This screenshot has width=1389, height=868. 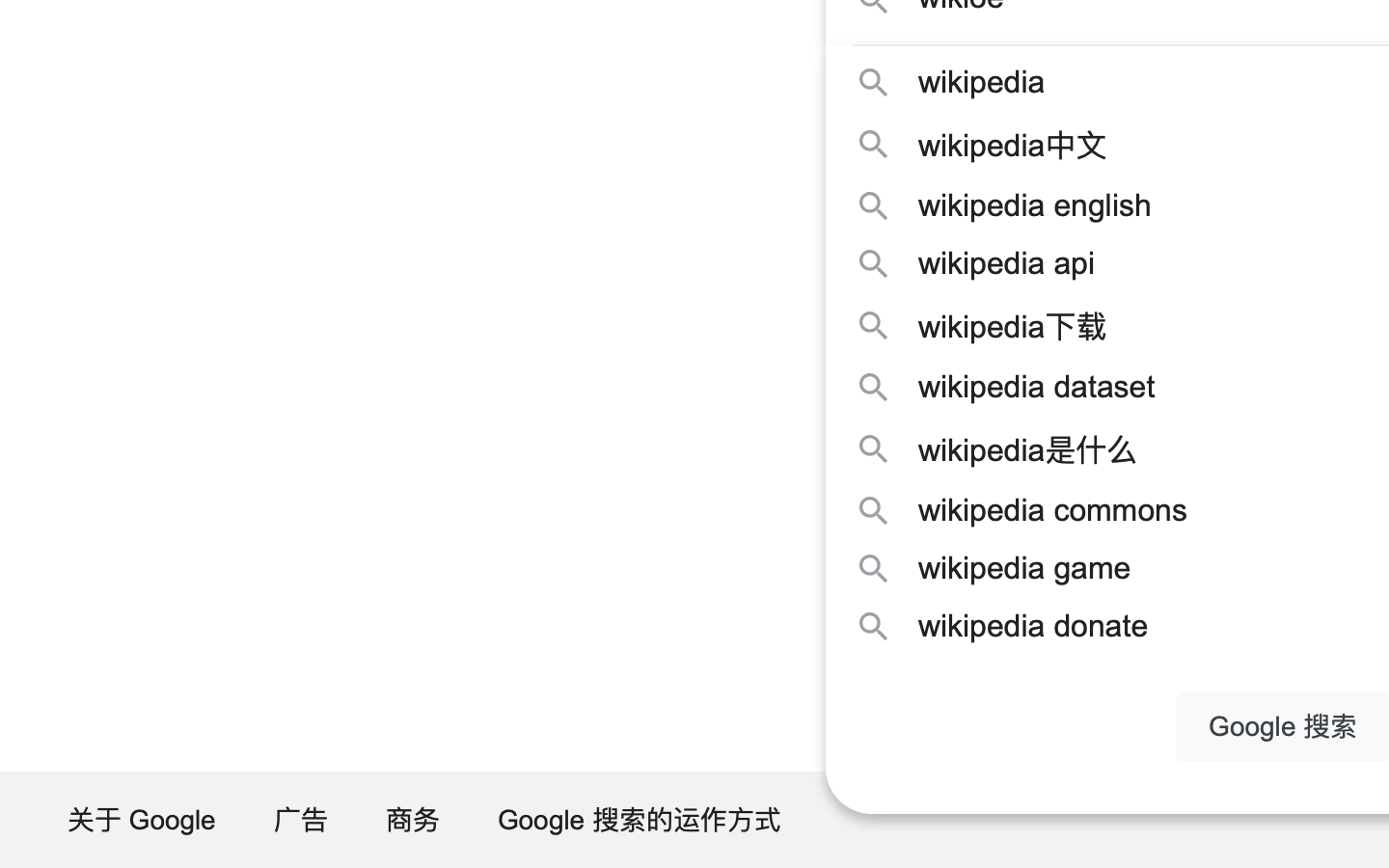 I want to click on '广告', so click(x=302, y=819).